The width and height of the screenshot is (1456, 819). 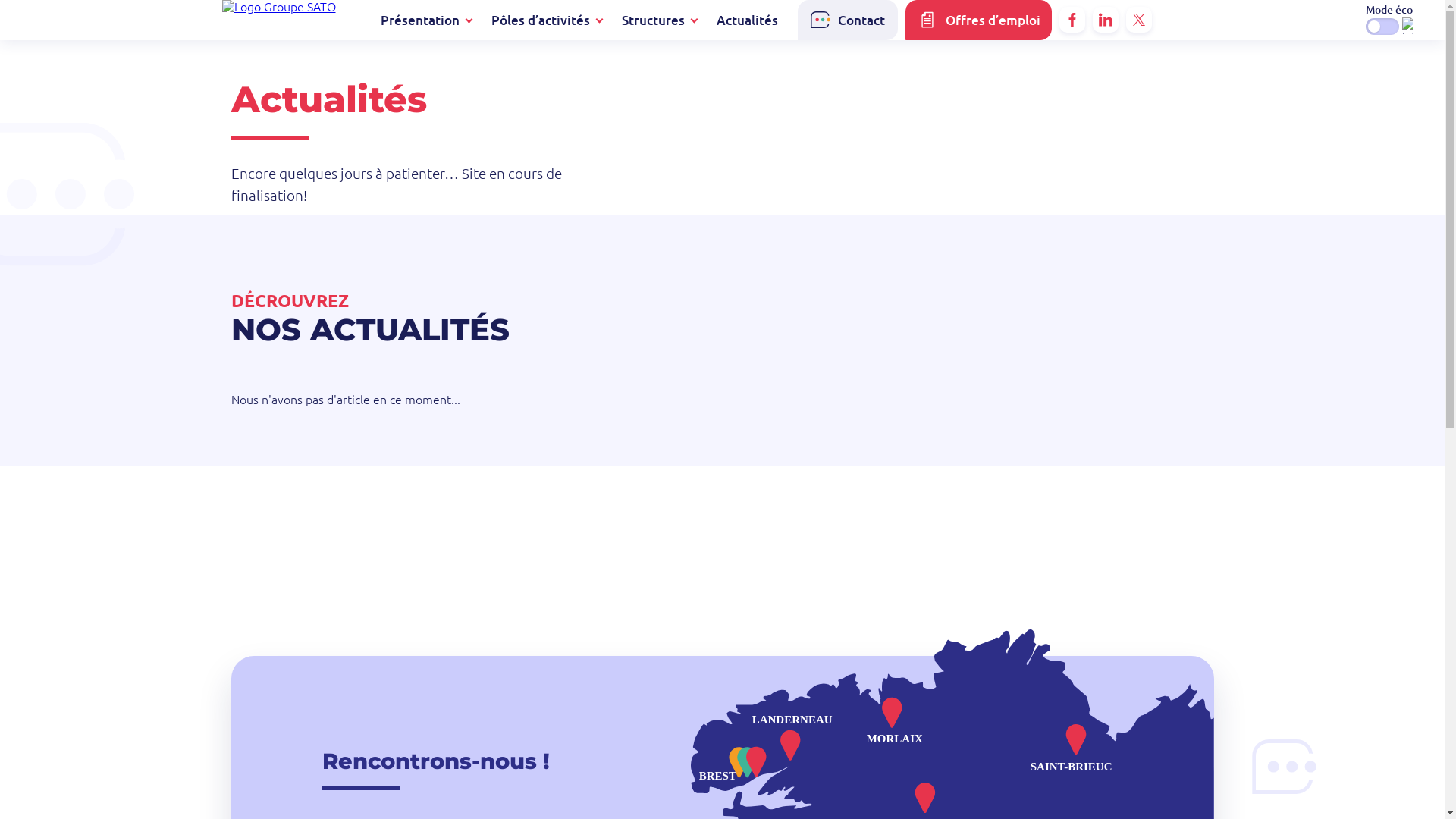 What do you see at coordinates (1058, 20) in the screenshot?
I see `'Facebook'` at bounding box center [1058, 20].